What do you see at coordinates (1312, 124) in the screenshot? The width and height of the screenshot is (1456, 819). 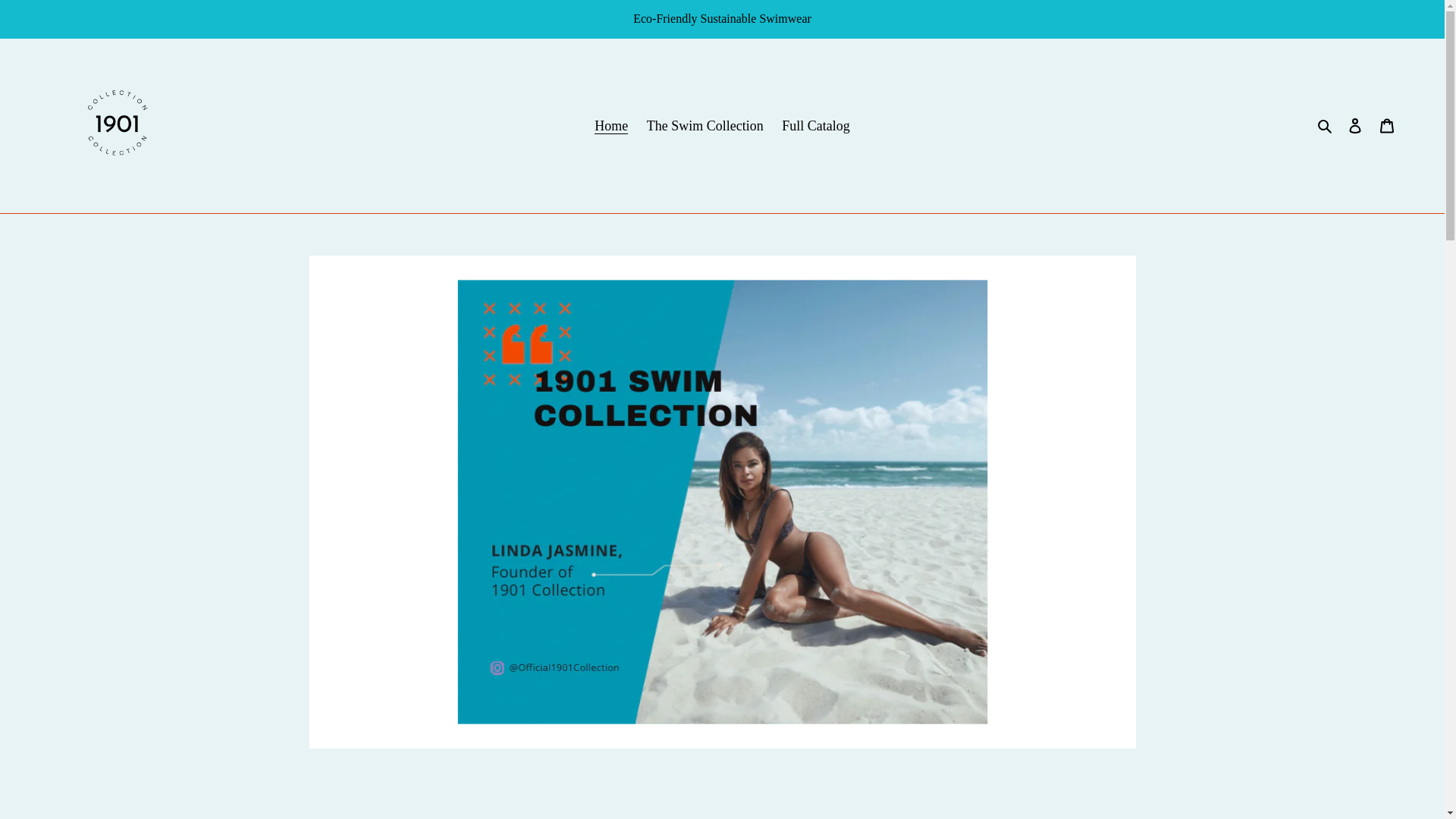 I see `'Search'` at bounding box center [1312, 124].